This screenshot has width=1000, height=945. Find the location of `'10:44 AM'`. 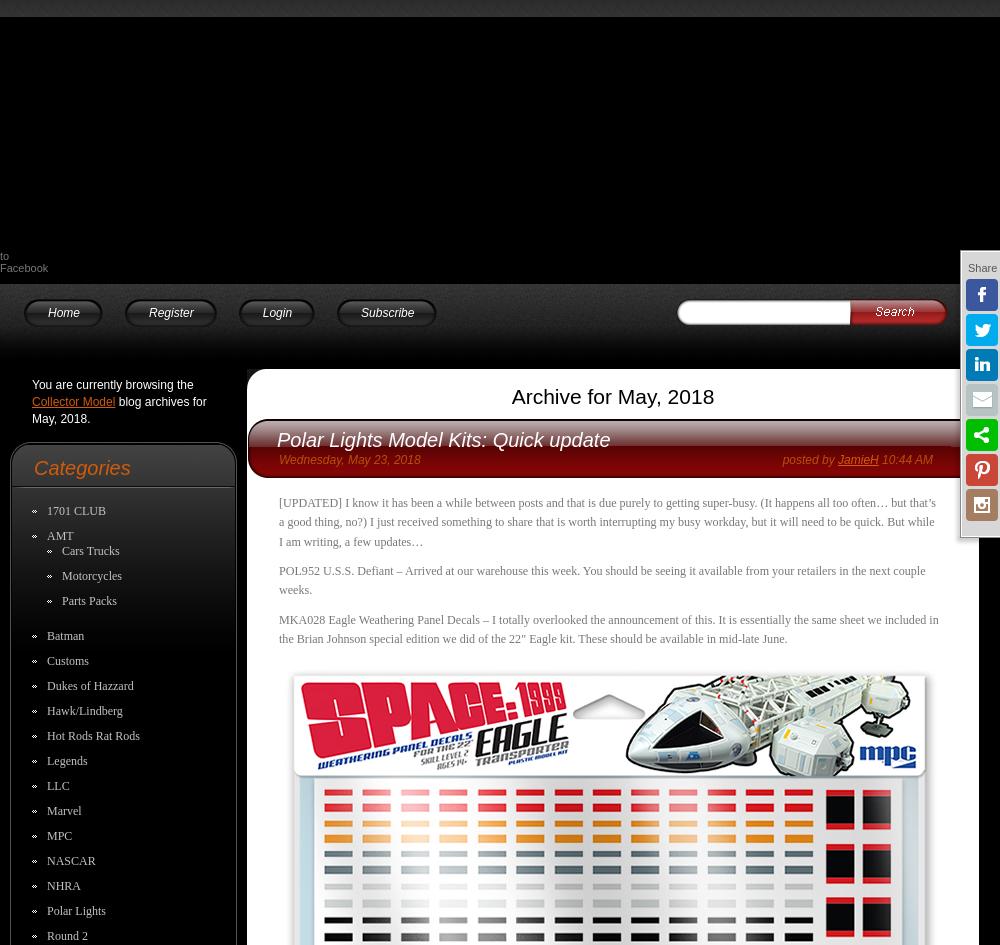

'10:44 AM' is located at coordinates (905, 460).